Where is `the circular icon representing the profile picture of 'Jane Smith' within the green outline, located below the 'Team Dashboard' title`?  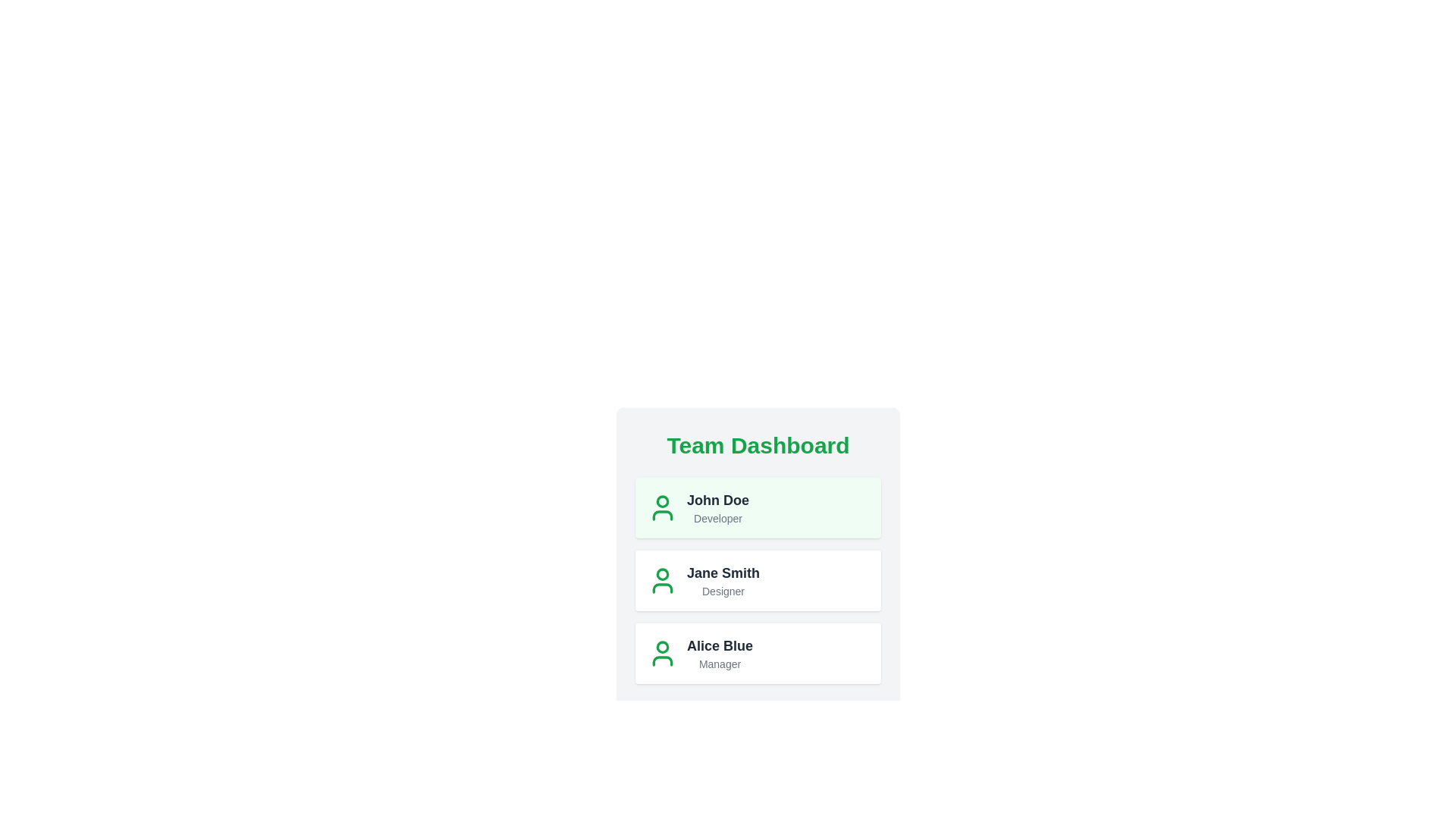
the circular icon representing the profile picture of 'Jane Smith' within the green outline, located below the 'Team Dashboard' title is located at coordinates (662, 573).